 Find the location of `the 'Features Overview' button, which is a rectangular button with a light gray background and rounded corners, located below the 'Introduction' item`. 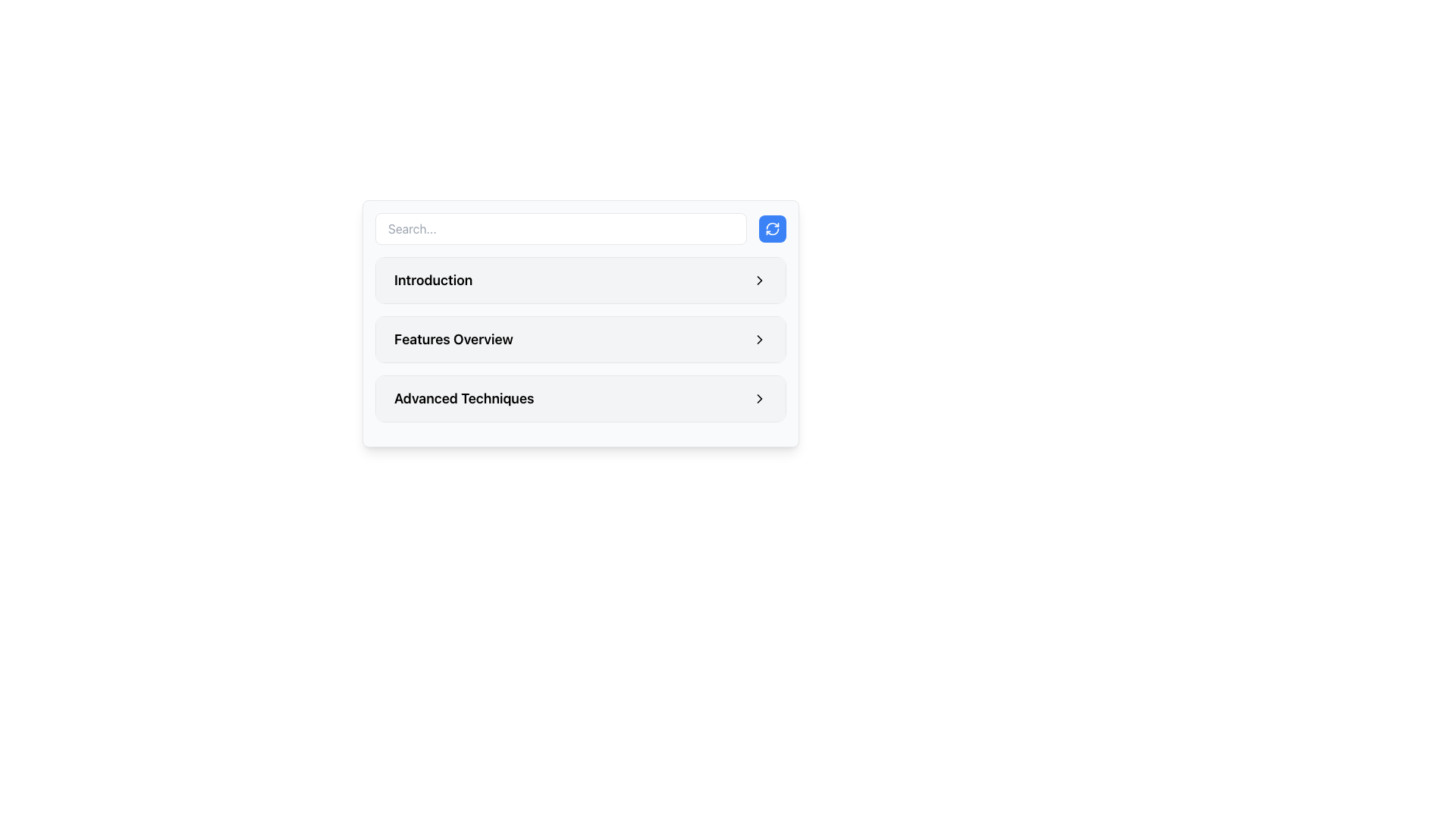

the 'Features Overview' button, which is a rectangular button with a light gray background and rounded corners, located below the 'Introduction' item is located at coordinates (580, 338).